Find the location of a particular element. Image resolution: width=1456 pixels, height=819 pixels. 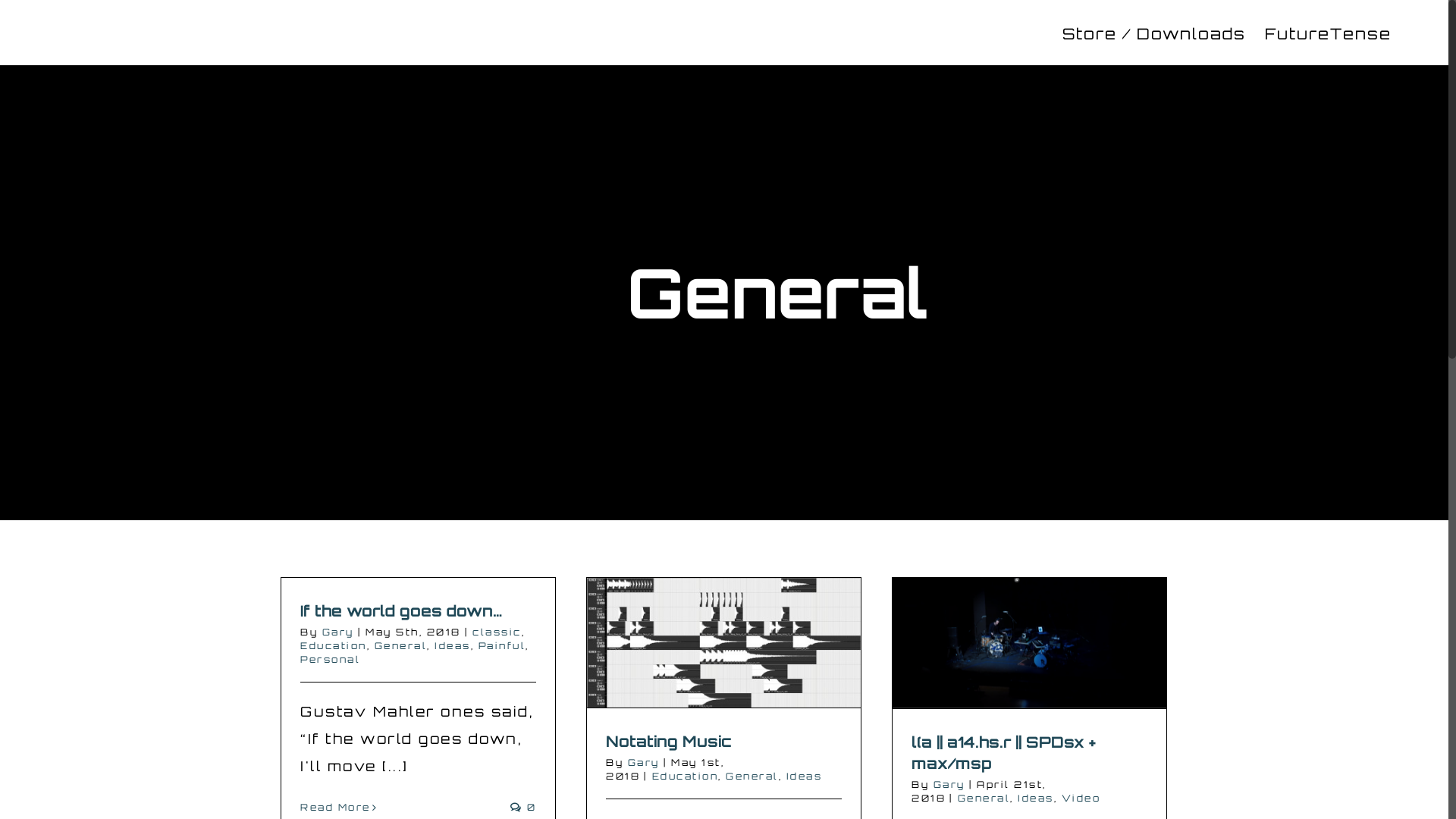

'Notating Music' is located at coordinates (668, 740).